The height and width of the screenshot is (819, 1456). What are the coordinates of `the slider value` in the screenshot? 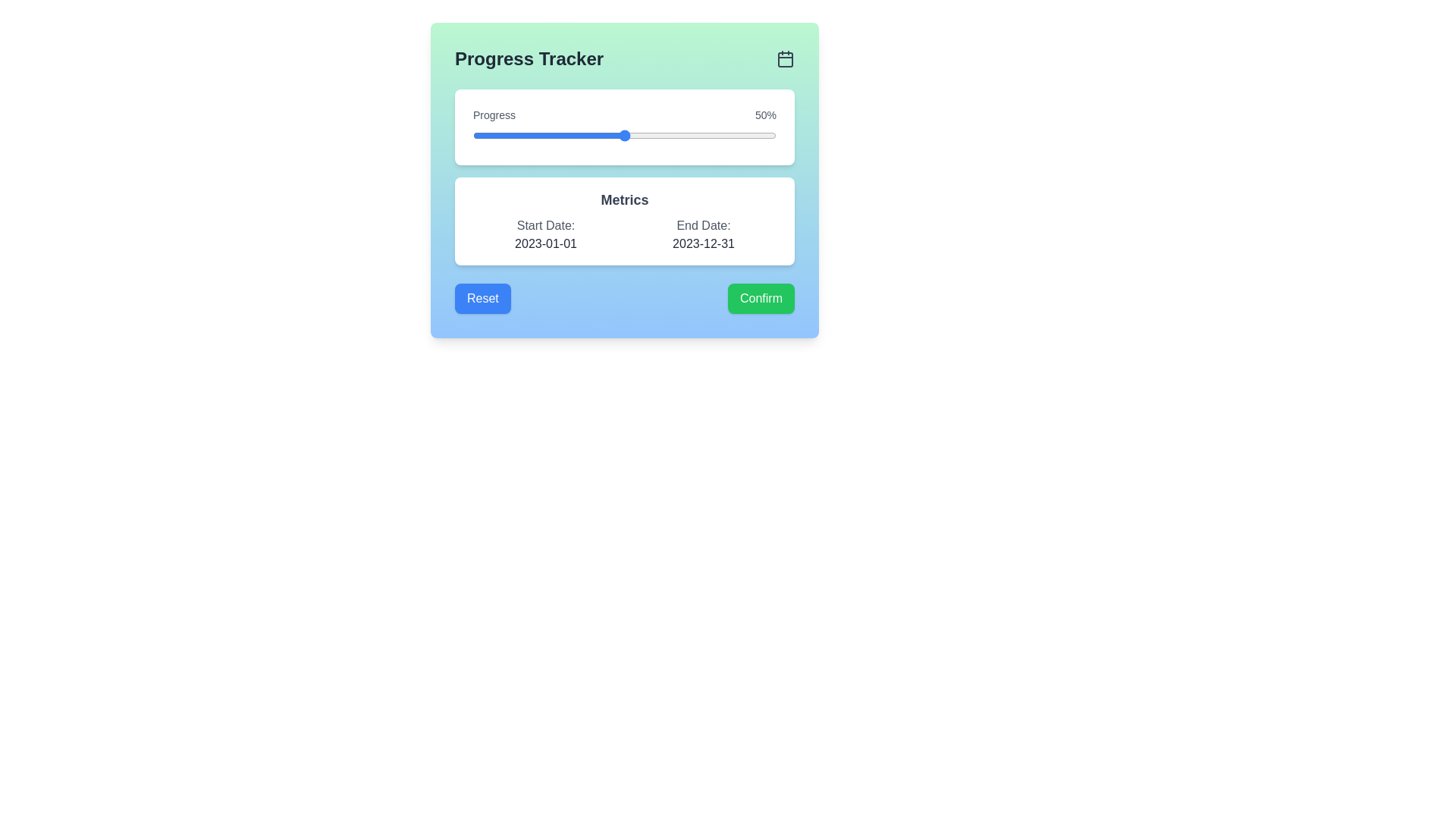 It's located at (475, 134).